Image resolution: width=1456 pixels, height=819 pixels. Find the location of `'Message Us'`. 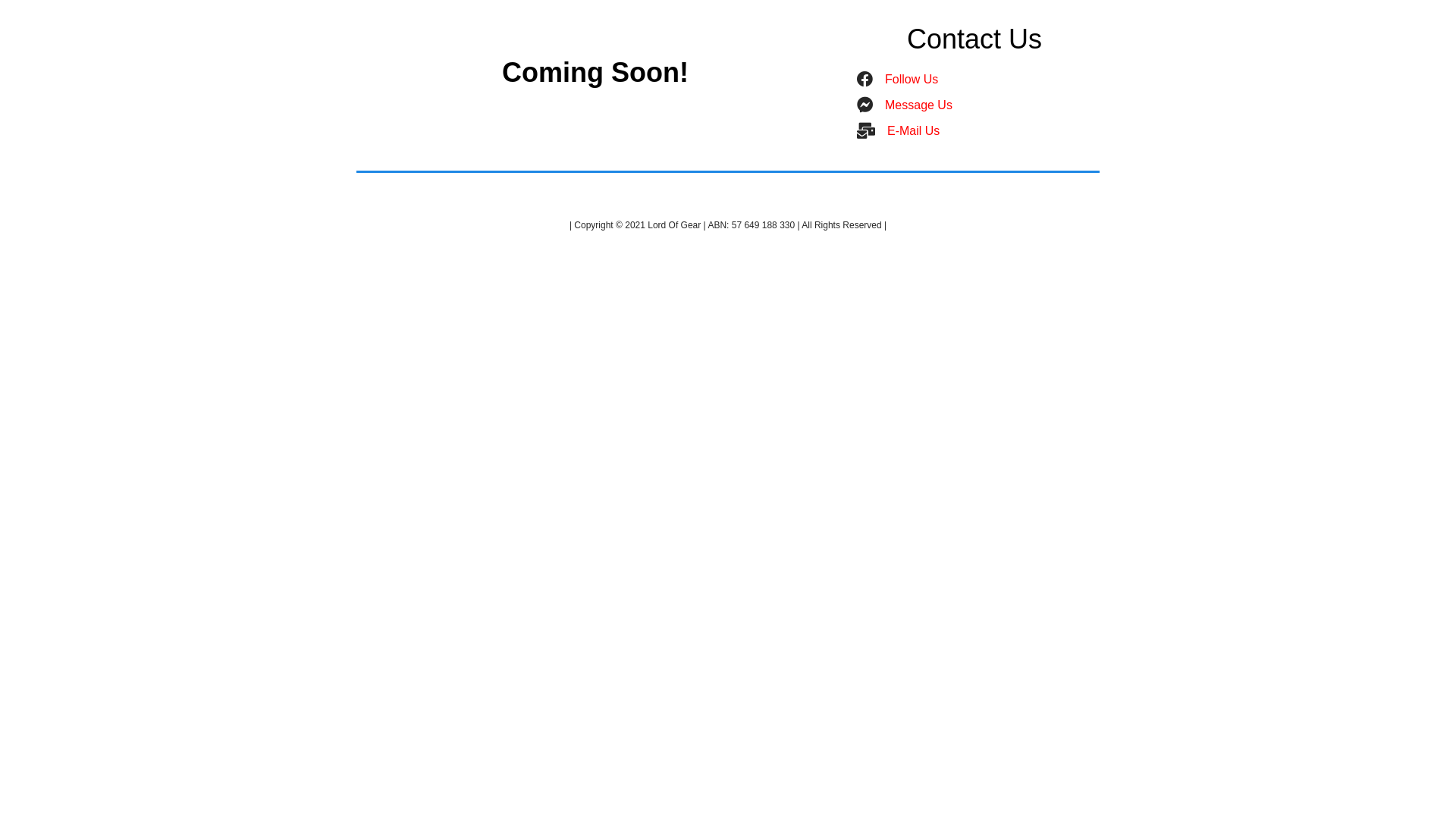

'Message Us' is located at coordinates (918, 104).